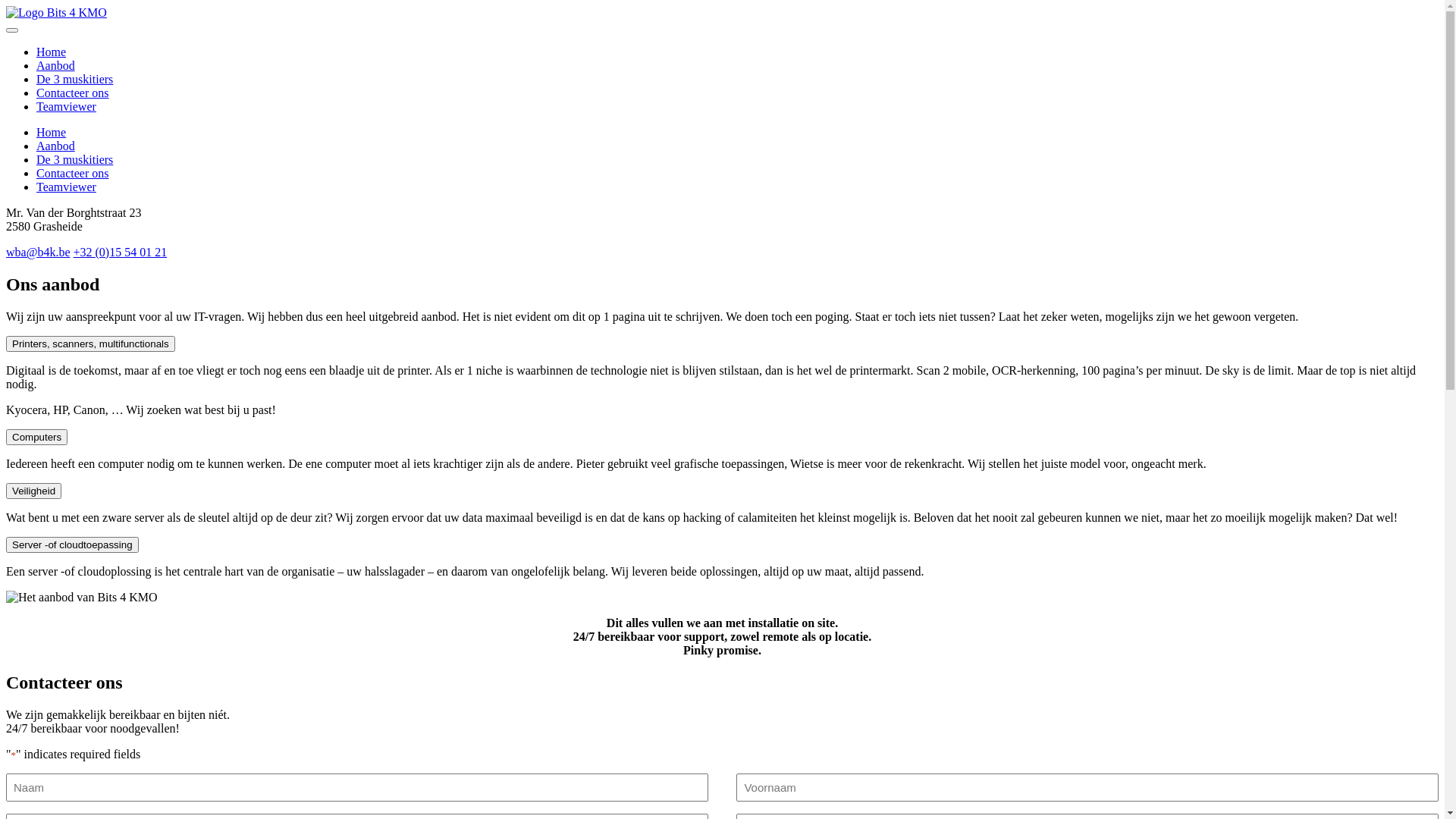 The width and height of the screenshot is (1456, 819). Describe the element at coordinates (36, 131) in the screenshot. I see `'Home'` at that location.